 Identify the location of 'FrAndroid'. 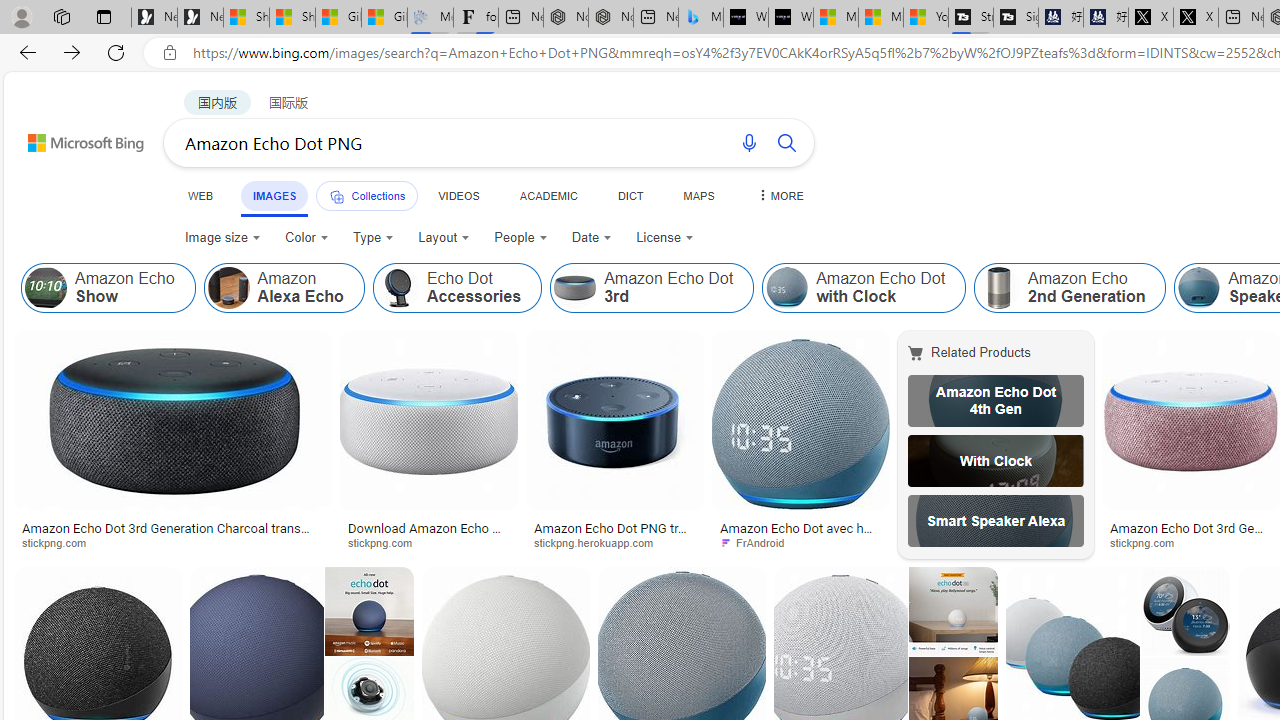
(758, 542).